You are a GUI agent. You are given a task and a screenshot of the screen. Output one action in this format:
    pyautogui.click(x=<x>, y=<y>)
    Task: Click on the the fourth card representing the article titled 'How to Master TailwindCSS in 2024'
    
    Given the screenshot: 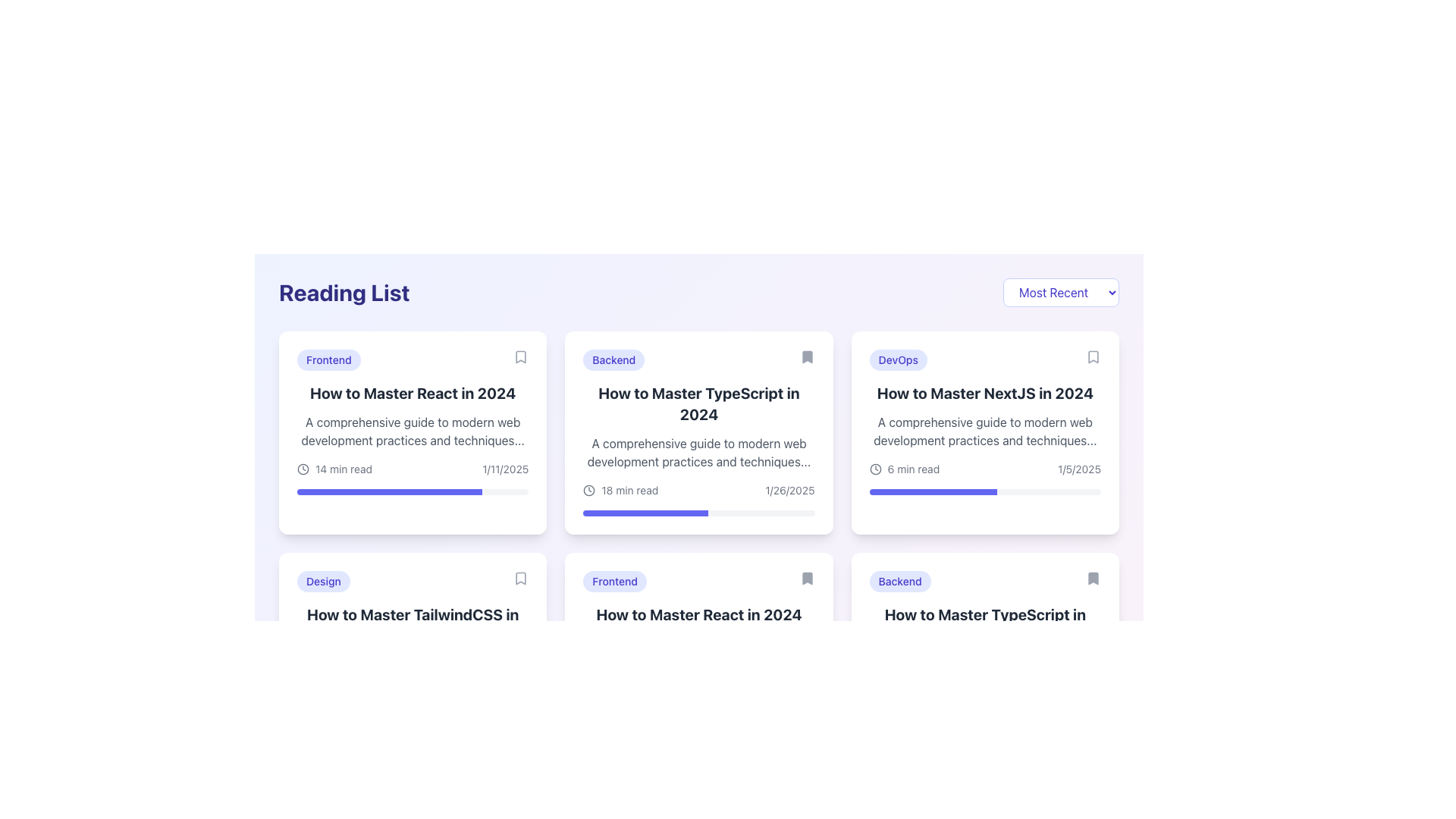 What is the action you would take?
    pyautogui.click(x=413, y=654)
    